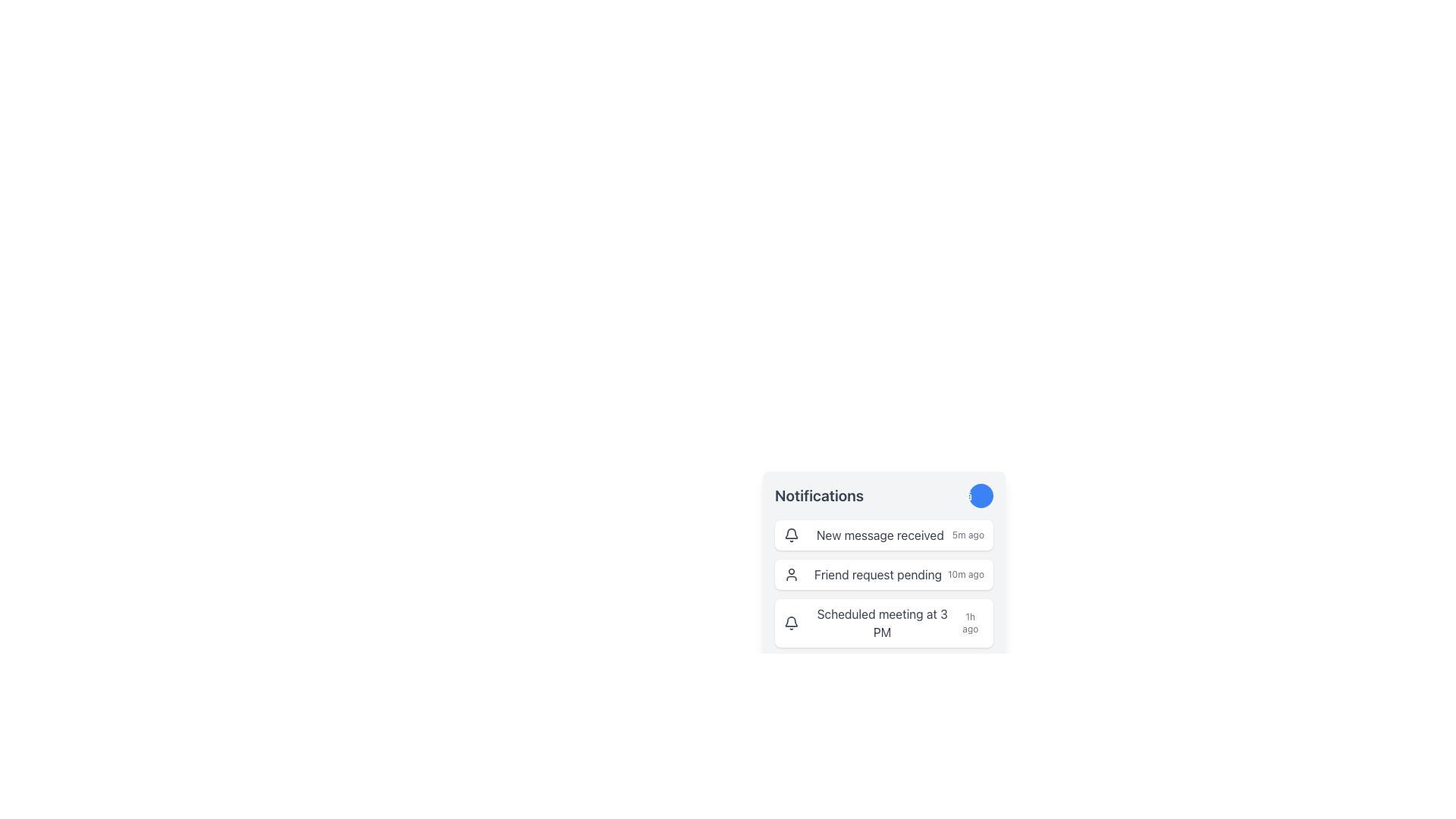 This screenshot has width=1456, height=819. What do you see at coordinates (969, 623) in the screenshot?
I see `timestamp displayed as '1h ago' in the small text label located in the bottom-right corner of the 'Scheduled meeting at 3 PM' notification card` at bounding box center [969, 623].